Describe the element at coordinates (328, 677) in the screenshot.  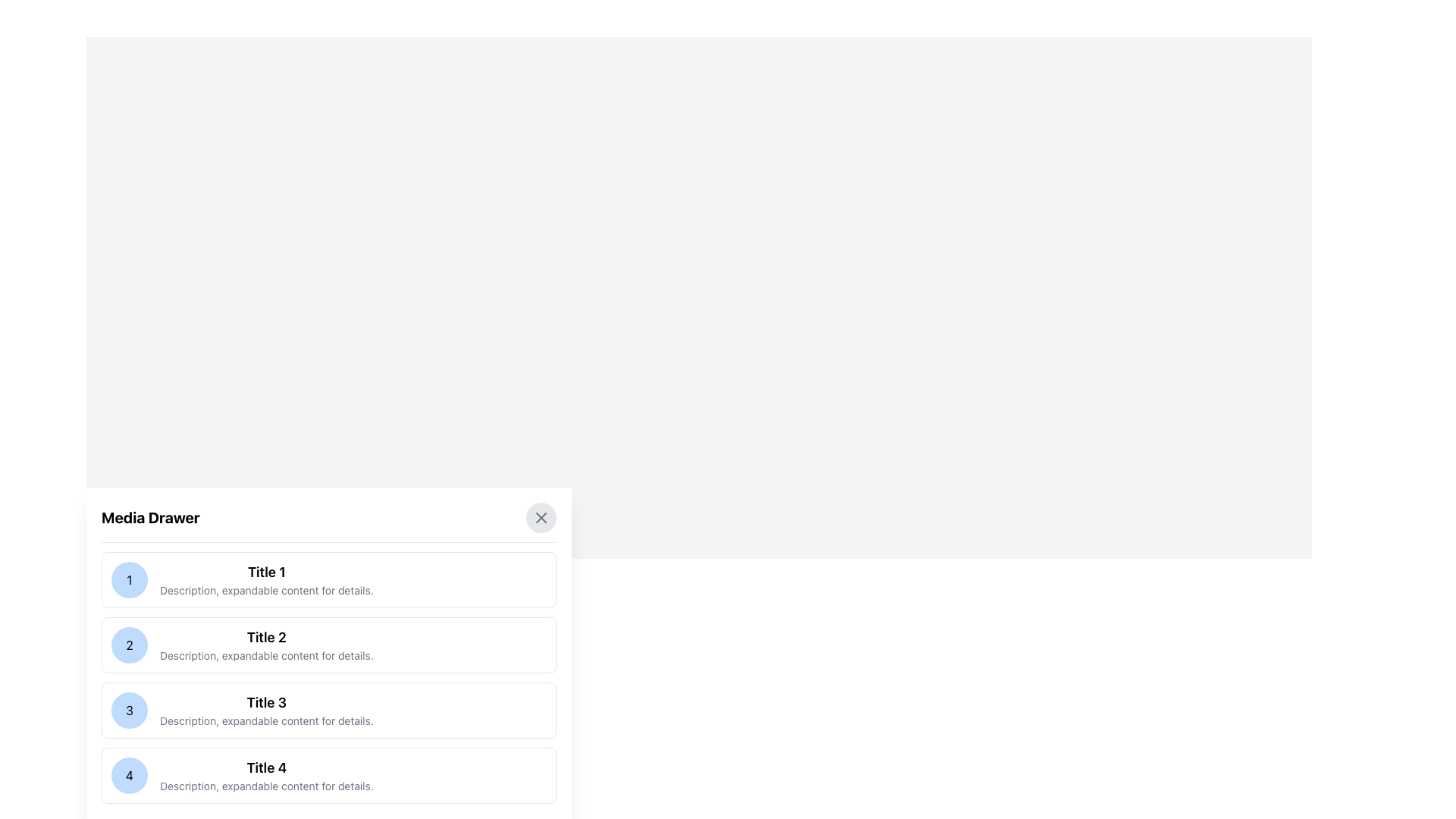
I see `the second list item in the vertical scrollable list within the 'Media Drawer'` at that location.